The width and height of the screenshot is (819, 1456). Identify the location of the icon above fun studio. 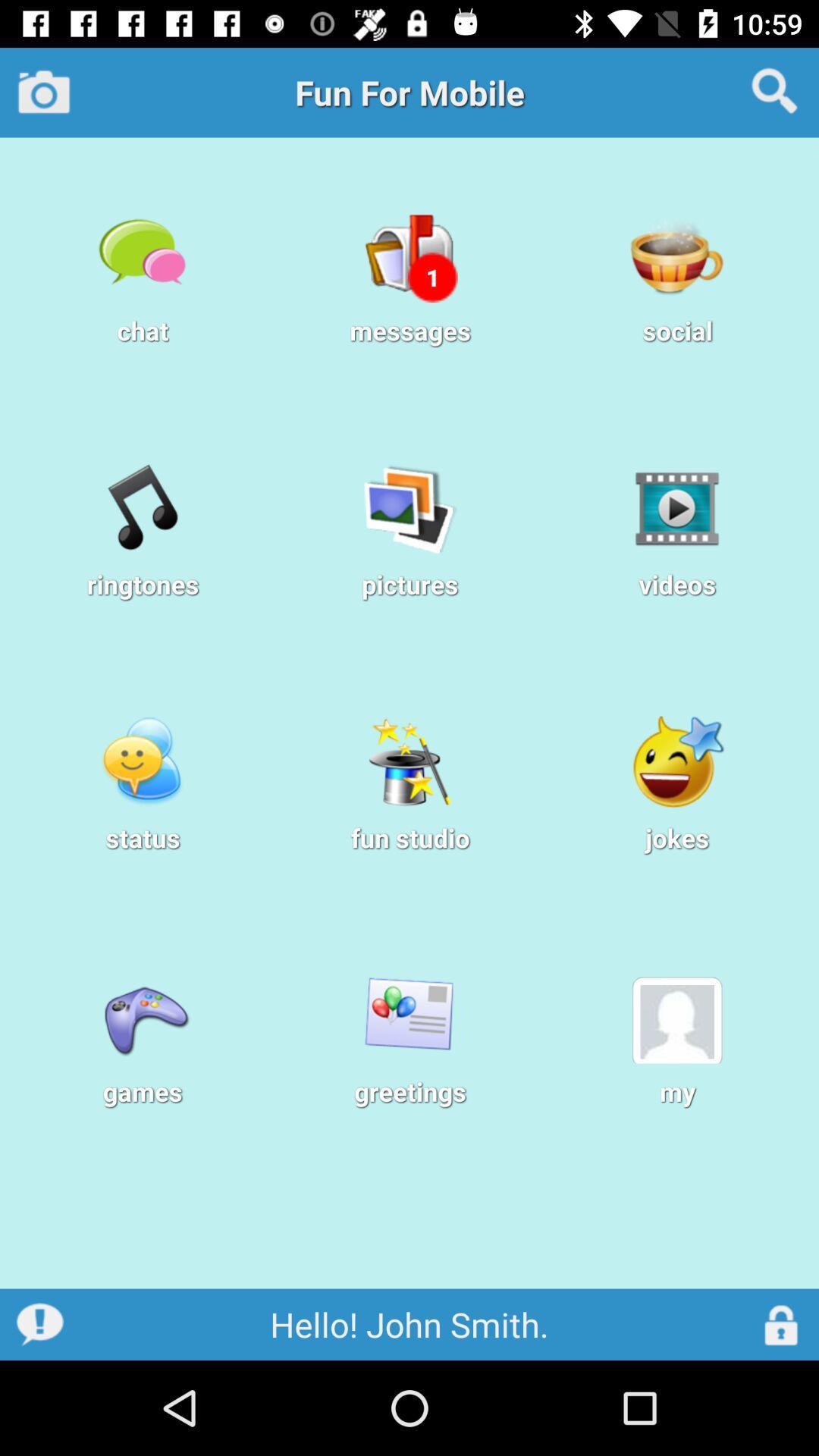
(409, 761).